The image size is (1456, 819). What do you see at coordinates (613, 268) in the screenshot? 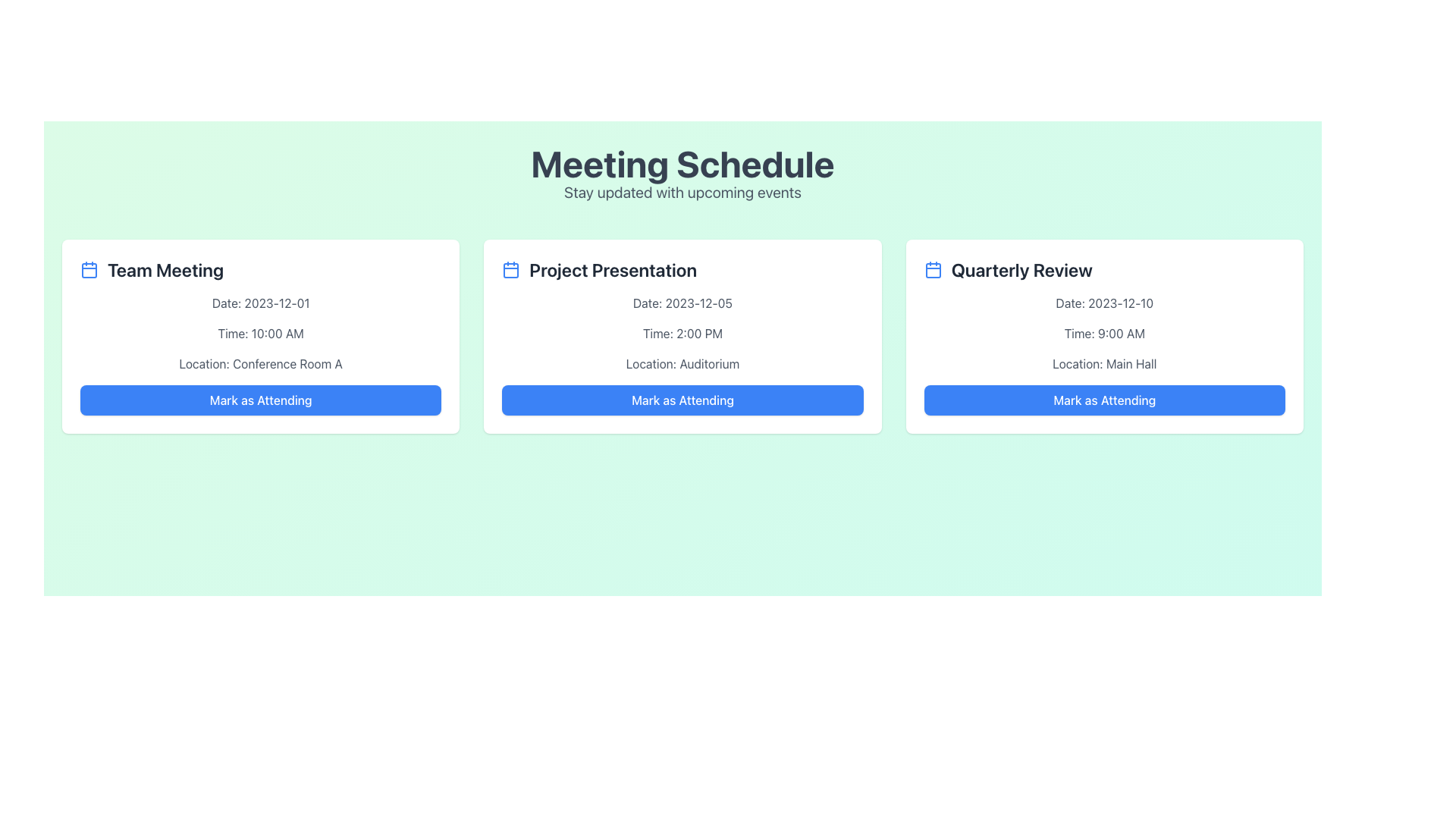
I see `text from the 'Project Presentation' label, which is styled in a large, bold font and is part of a card structure with a blue calendar icon on its left` at bounding box center [613, 268].